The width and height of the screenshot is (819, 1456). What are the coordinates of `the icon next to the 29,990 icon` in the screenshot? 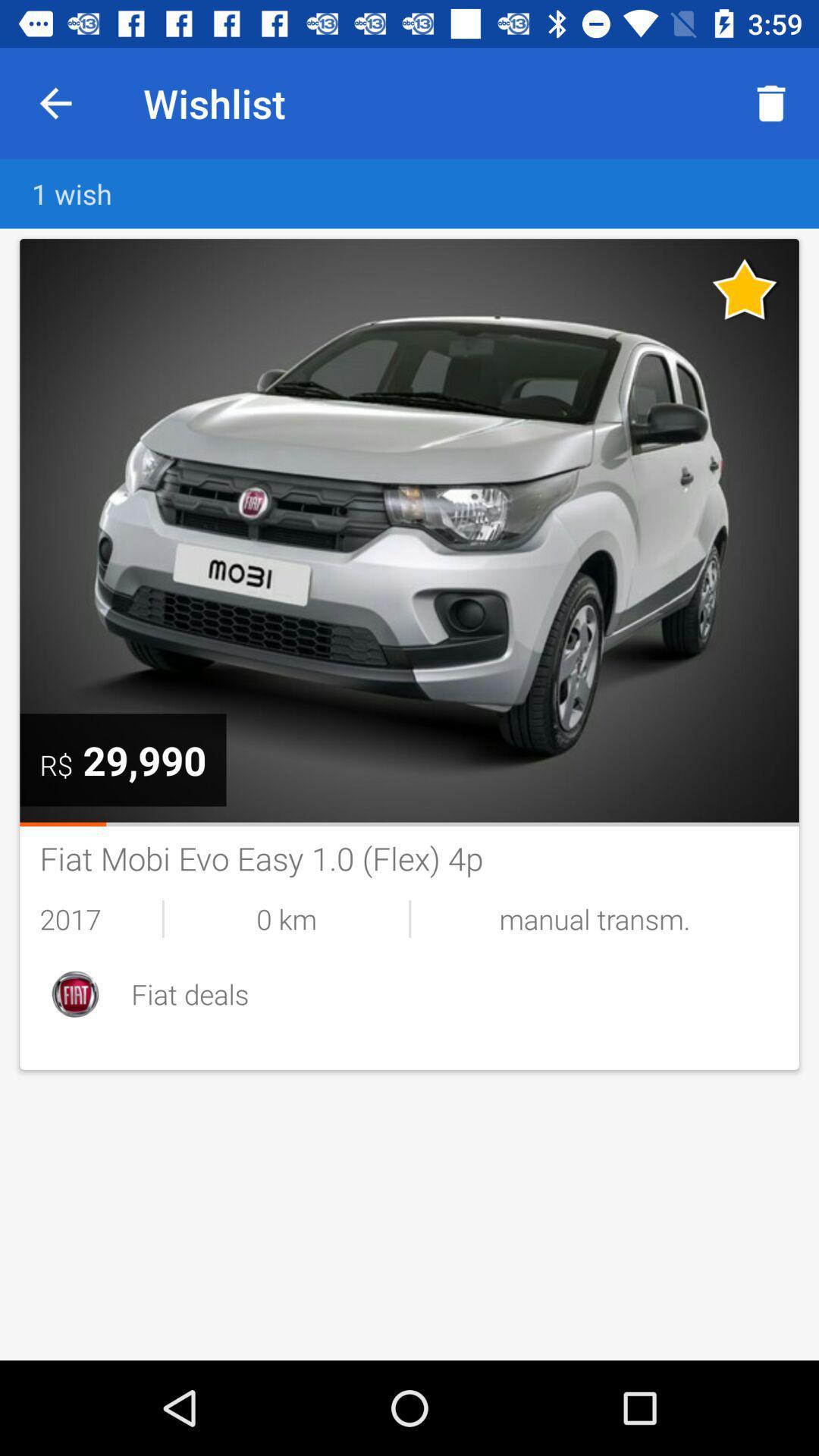 It's located at (55, 764).